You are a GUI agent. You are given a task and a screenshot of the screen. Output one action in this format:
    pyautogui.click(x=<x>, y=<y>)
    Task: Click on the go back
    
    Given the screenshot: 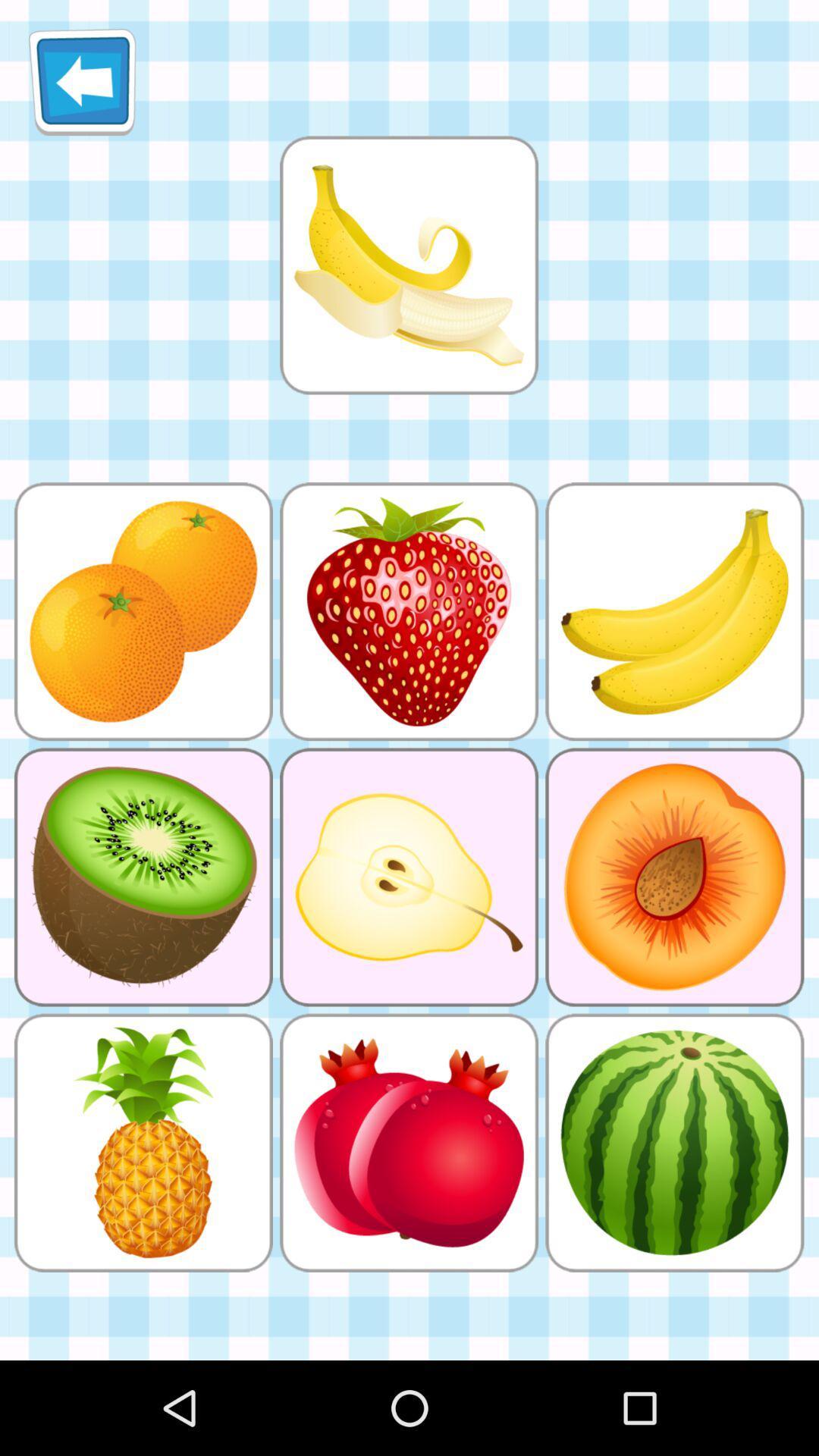 What is the action you would take?
    pyautogui.click(x=82, y=81)
    